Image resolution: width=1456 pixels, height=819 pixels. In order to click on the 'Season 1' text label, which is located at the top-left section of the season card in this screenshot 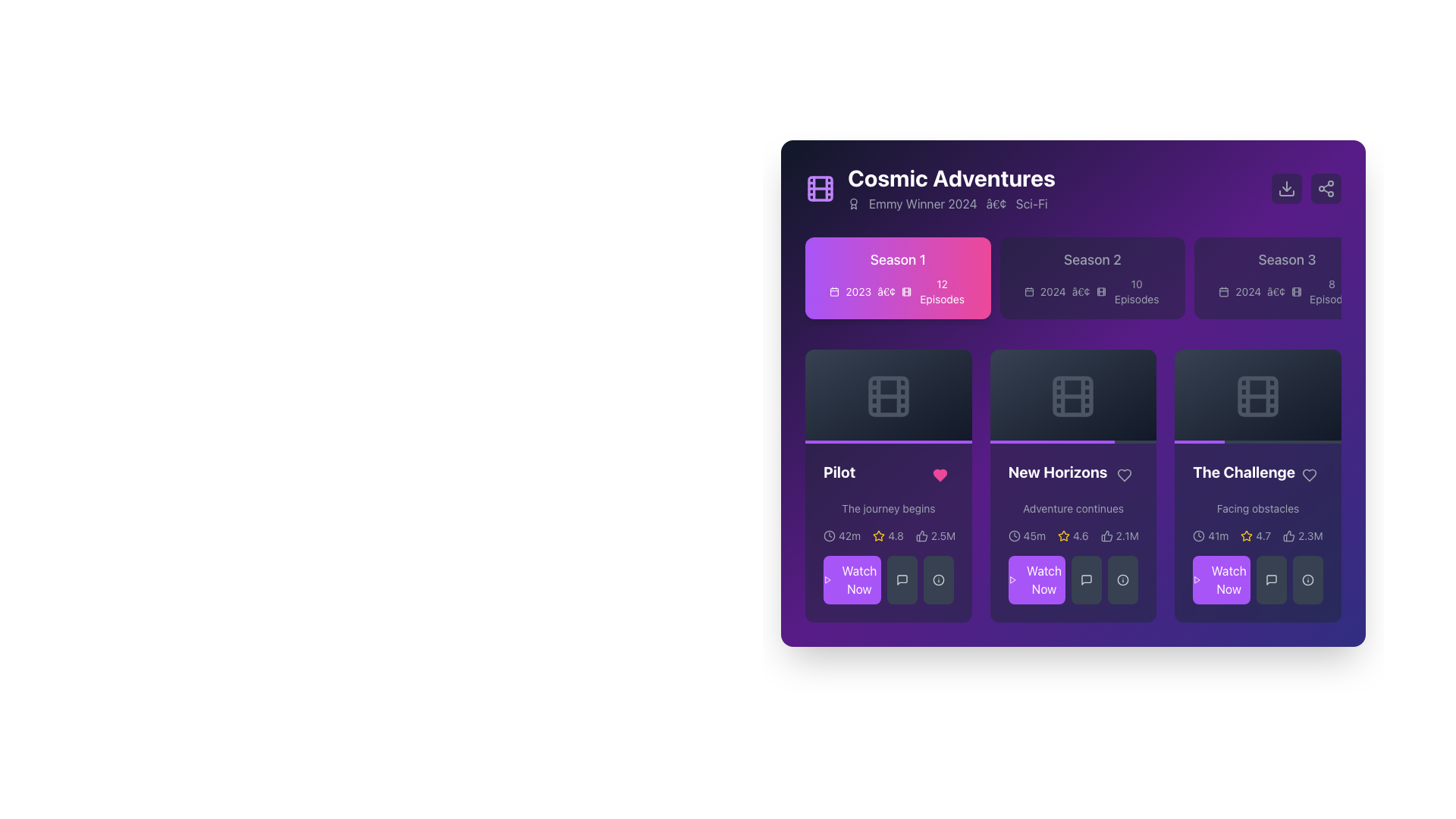, I will do `click(898, 259)`.